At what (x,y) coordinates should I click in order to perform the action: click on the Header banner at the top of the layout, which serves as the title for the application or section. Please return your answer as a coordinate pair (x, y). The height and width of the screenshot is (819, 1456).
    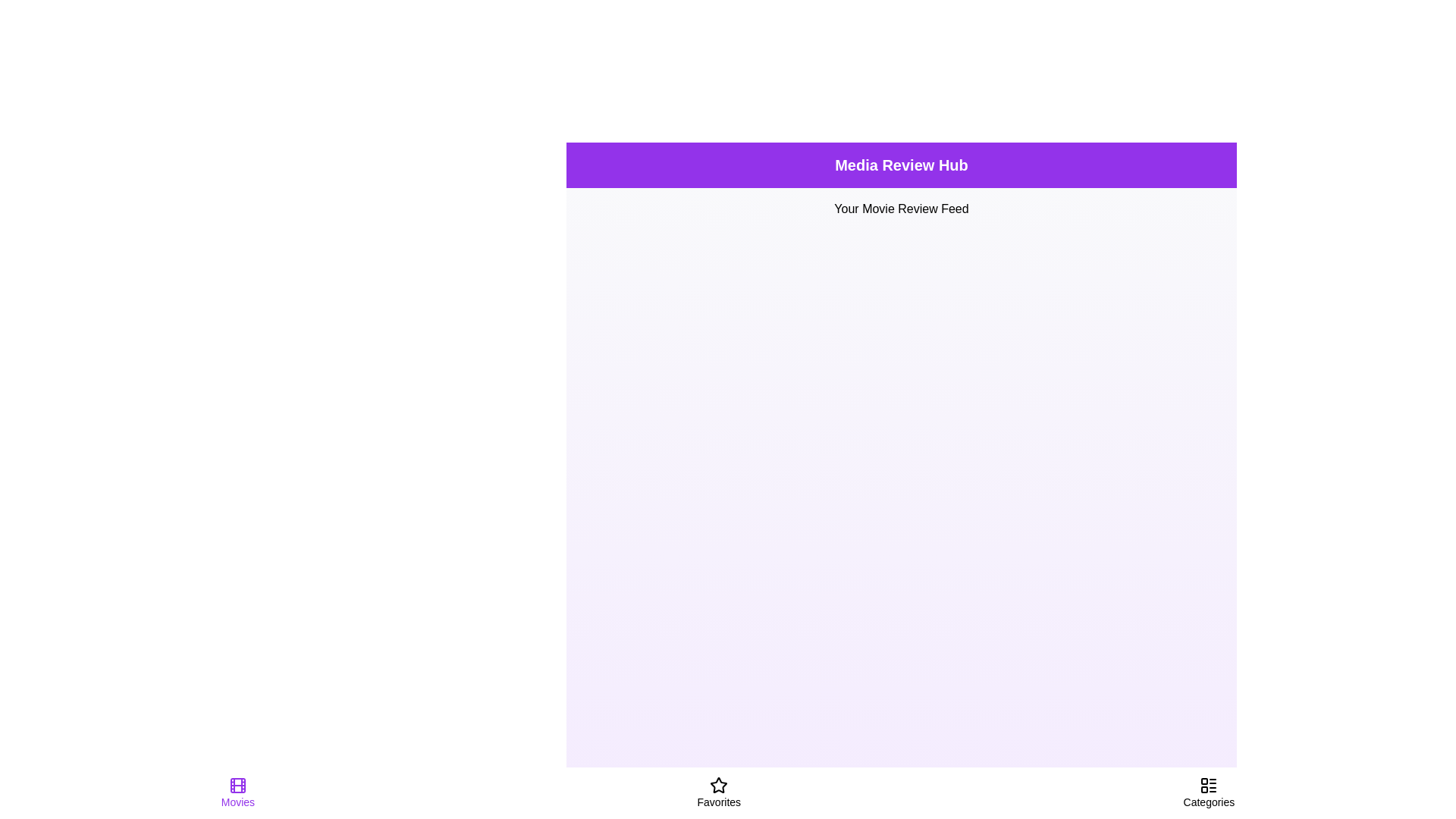
    Looking at the image, I should click on (902, 165).